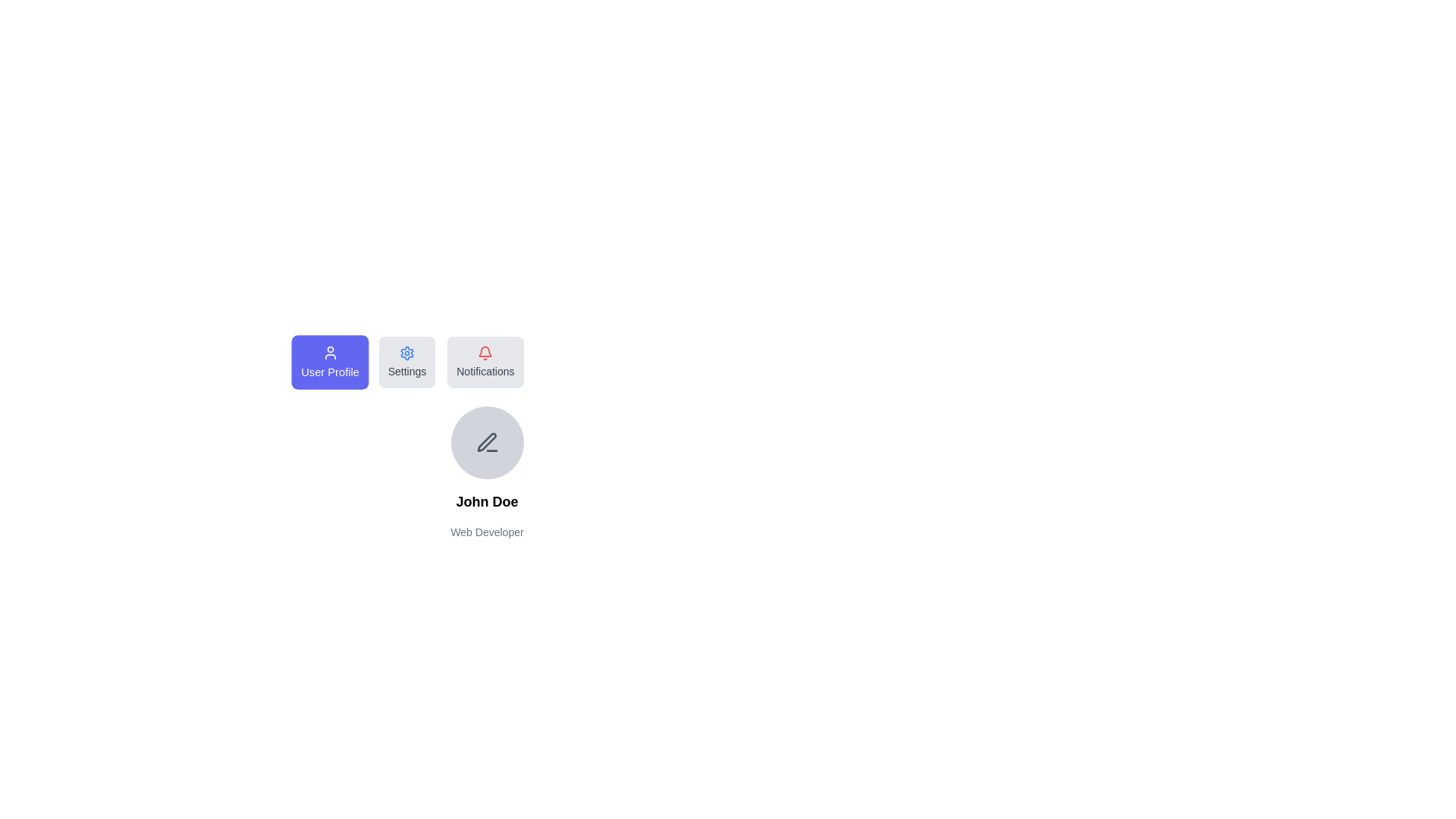 This screenshot has width=1456, height=819. Describe the element at coordinates (329, 353) in the screenshot. I see `the visual feedback of the user silhouette icon located within the 'User Profile' button at the top-left of the interface` at that location.